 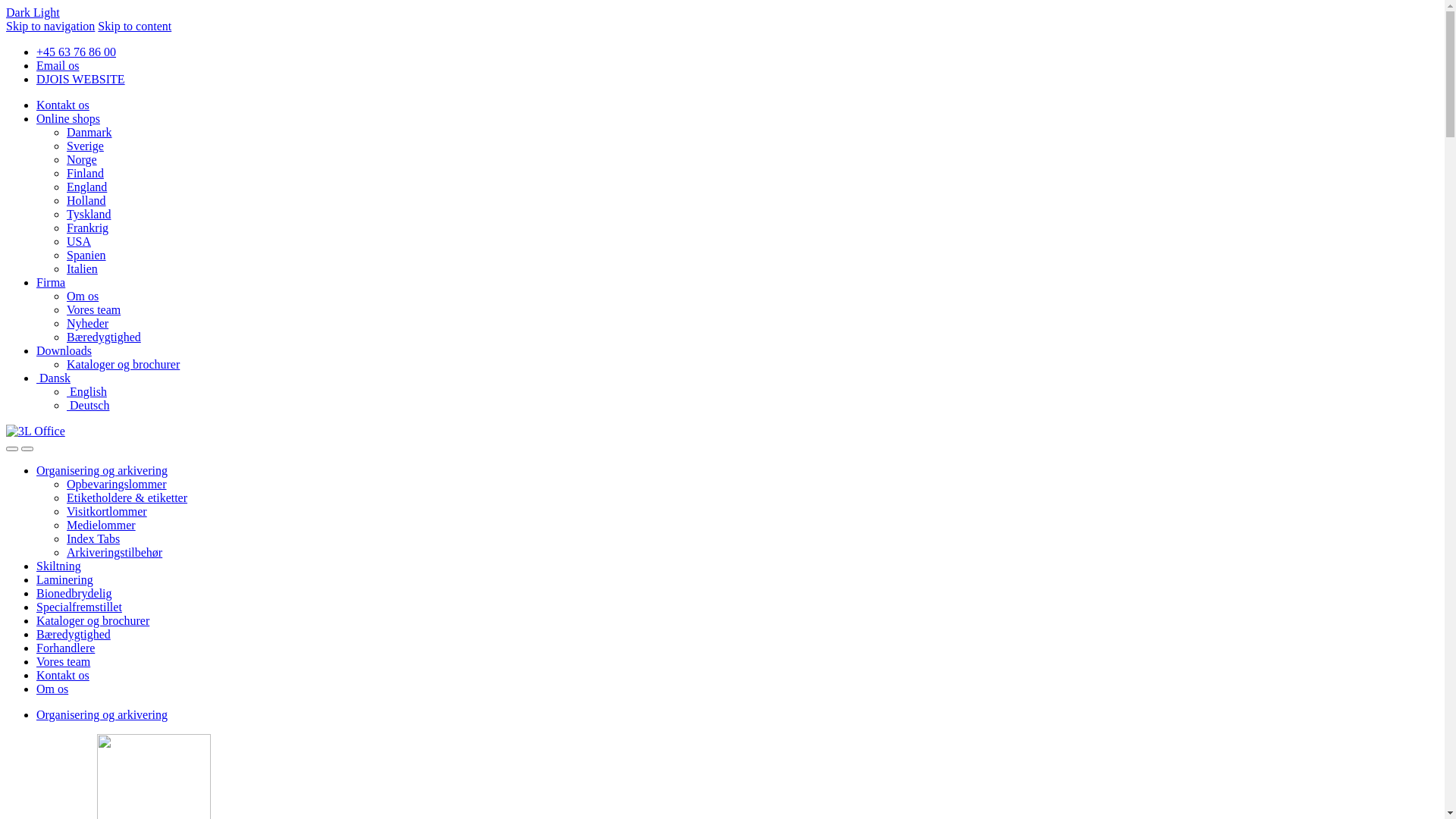 I want to click on 'Kataloger og brochurer', so click(x=92, y=620).